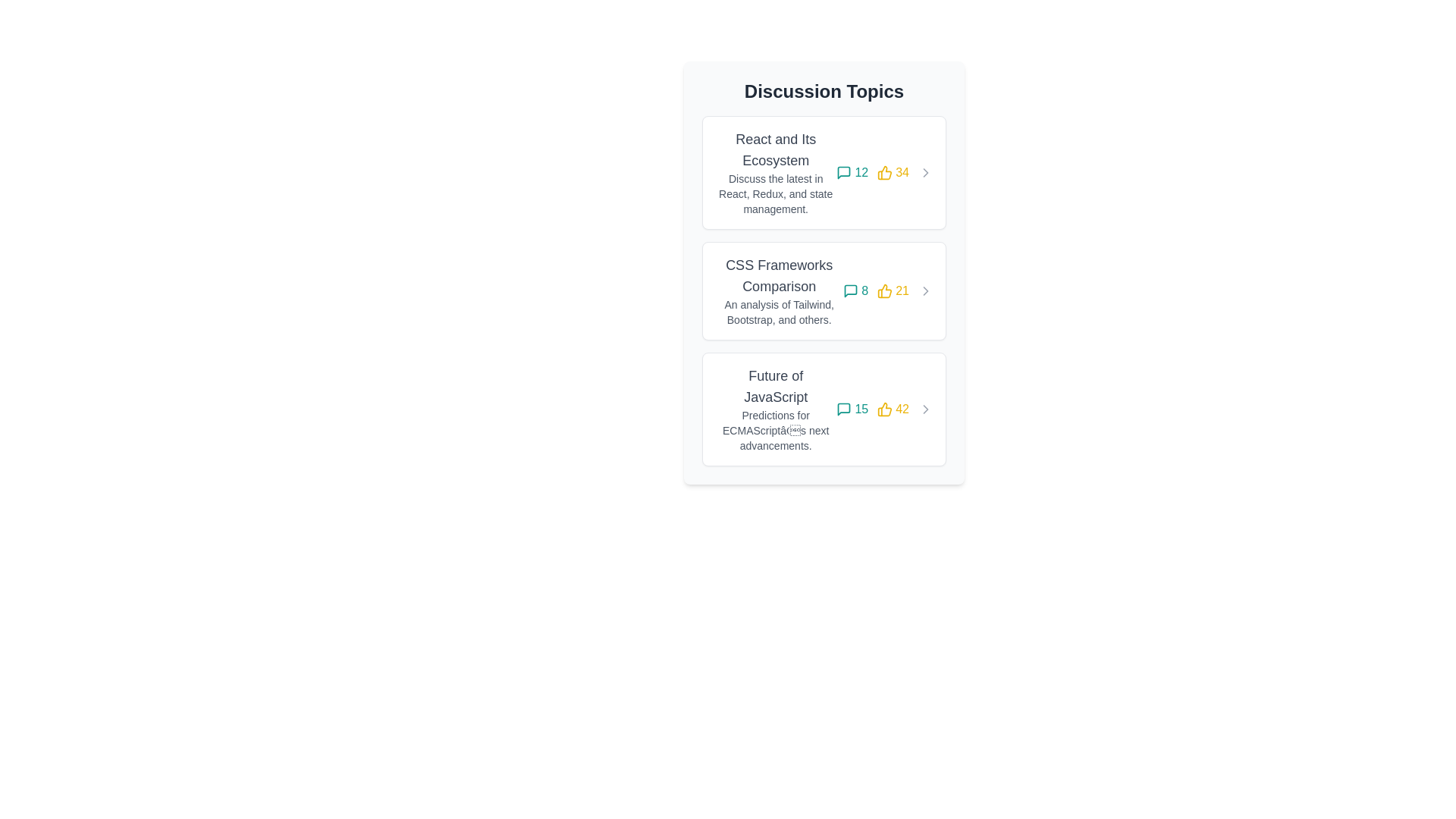 Image resolution: width=1456 pixels, height=819 pixels. I want to click on the comment count indicator for the 'Future of JavaScript' topic, which is positioned to the left of the yellow numeric display '42' and near a speech bubble icon, so click(852, 409).